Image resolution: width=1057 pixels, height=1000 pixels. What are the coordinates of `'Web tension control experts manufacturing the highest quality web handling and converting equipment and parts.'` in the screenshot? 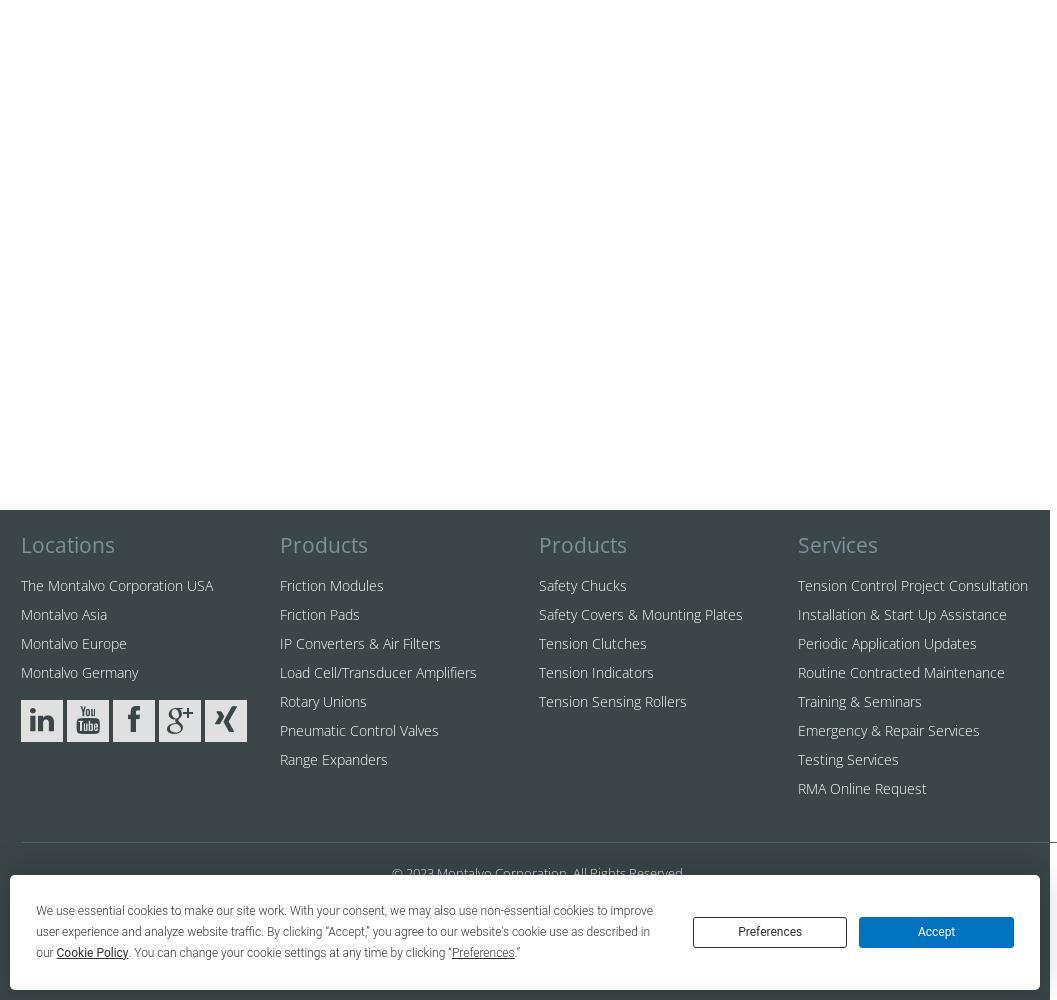 It's located at (537, 956).